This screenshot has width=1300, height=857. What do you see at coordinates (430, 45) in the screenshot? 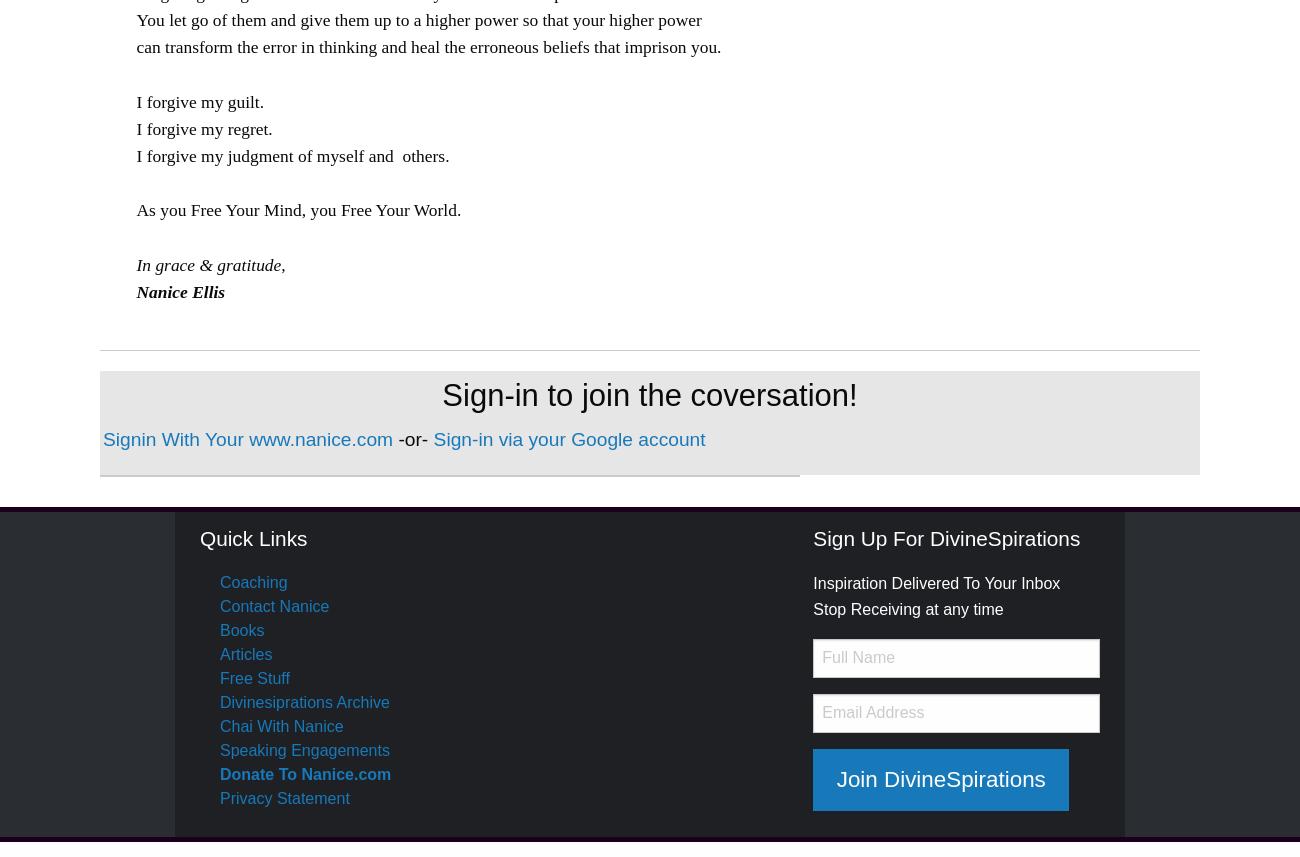
I see `'can transform the error in thinking and heal the erroneous beliefs that imprison you.'` at bounding box center [430, 45].